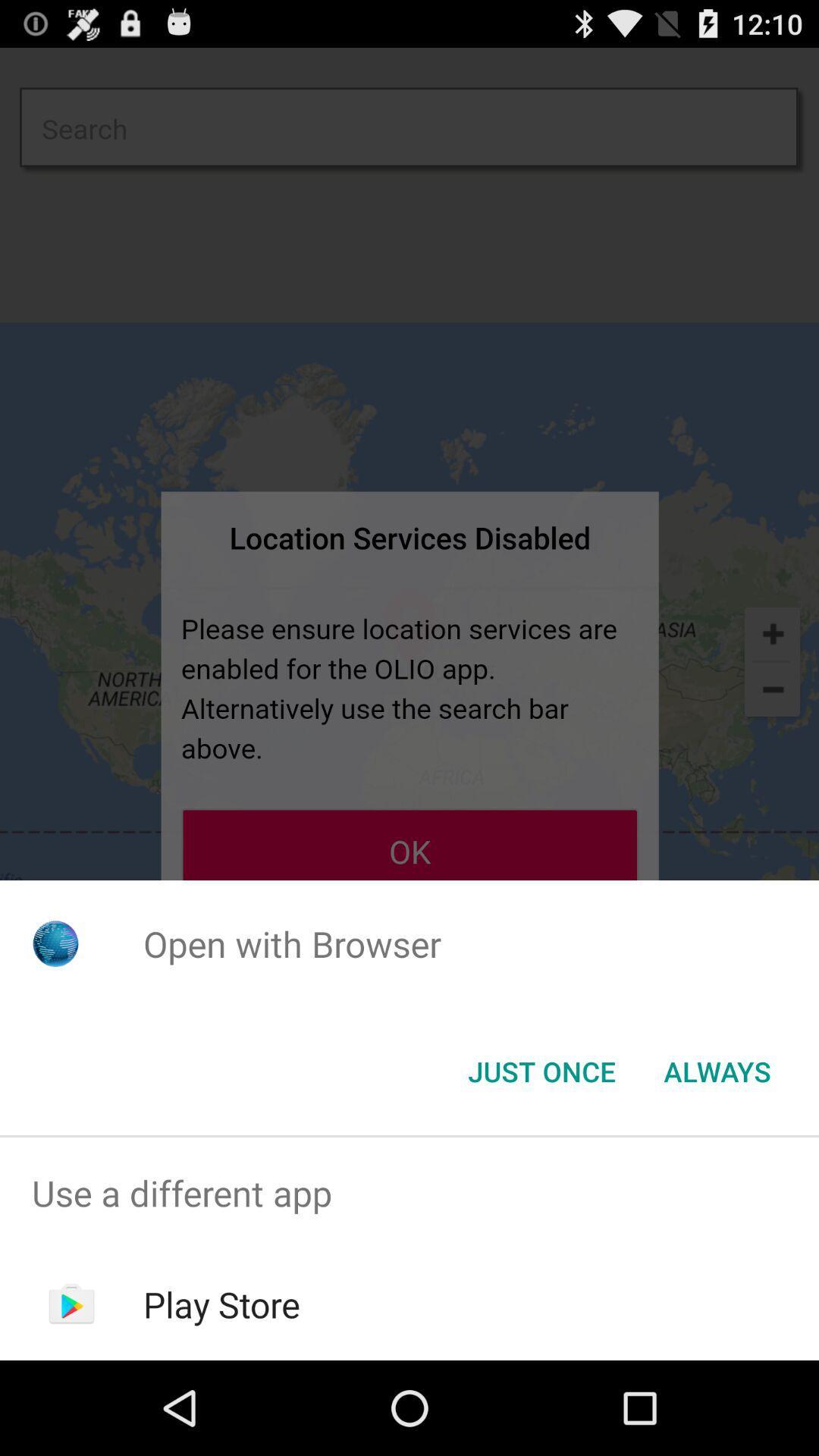 Image resolution: width=819 pixels, height=1456 pixels. Describe the element at coordinates (409, 1192) in the screenshot. I see `use a different item` at that location.